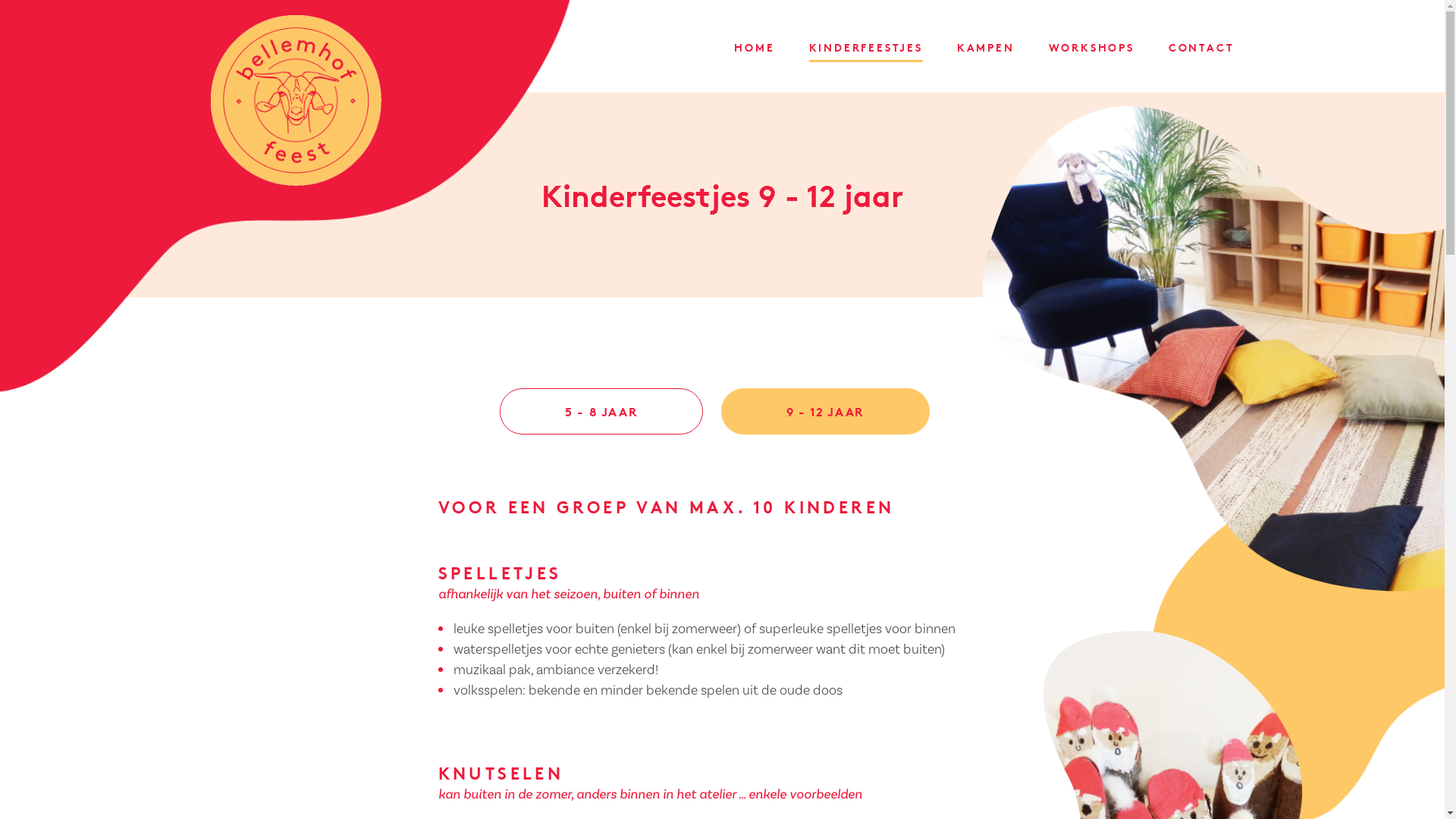 Image resolution: width=1456 pixels, height=819 pixels. I want to click on '9 - 12 JAAR', so click(824, 411).